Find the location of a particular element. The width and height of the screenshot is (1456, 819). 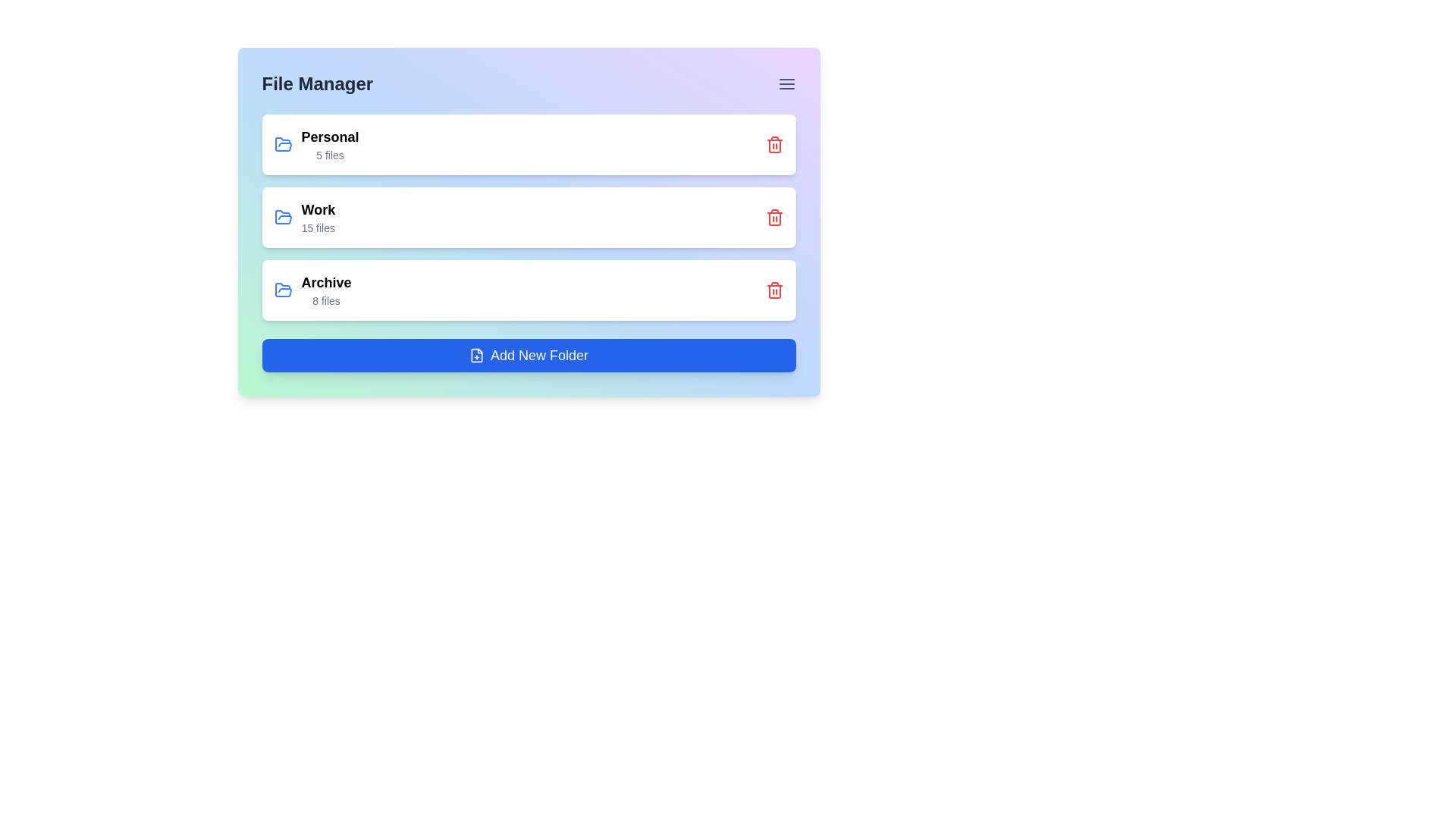

the delete icon for the folder named Work is located at coordinates (774, 217).